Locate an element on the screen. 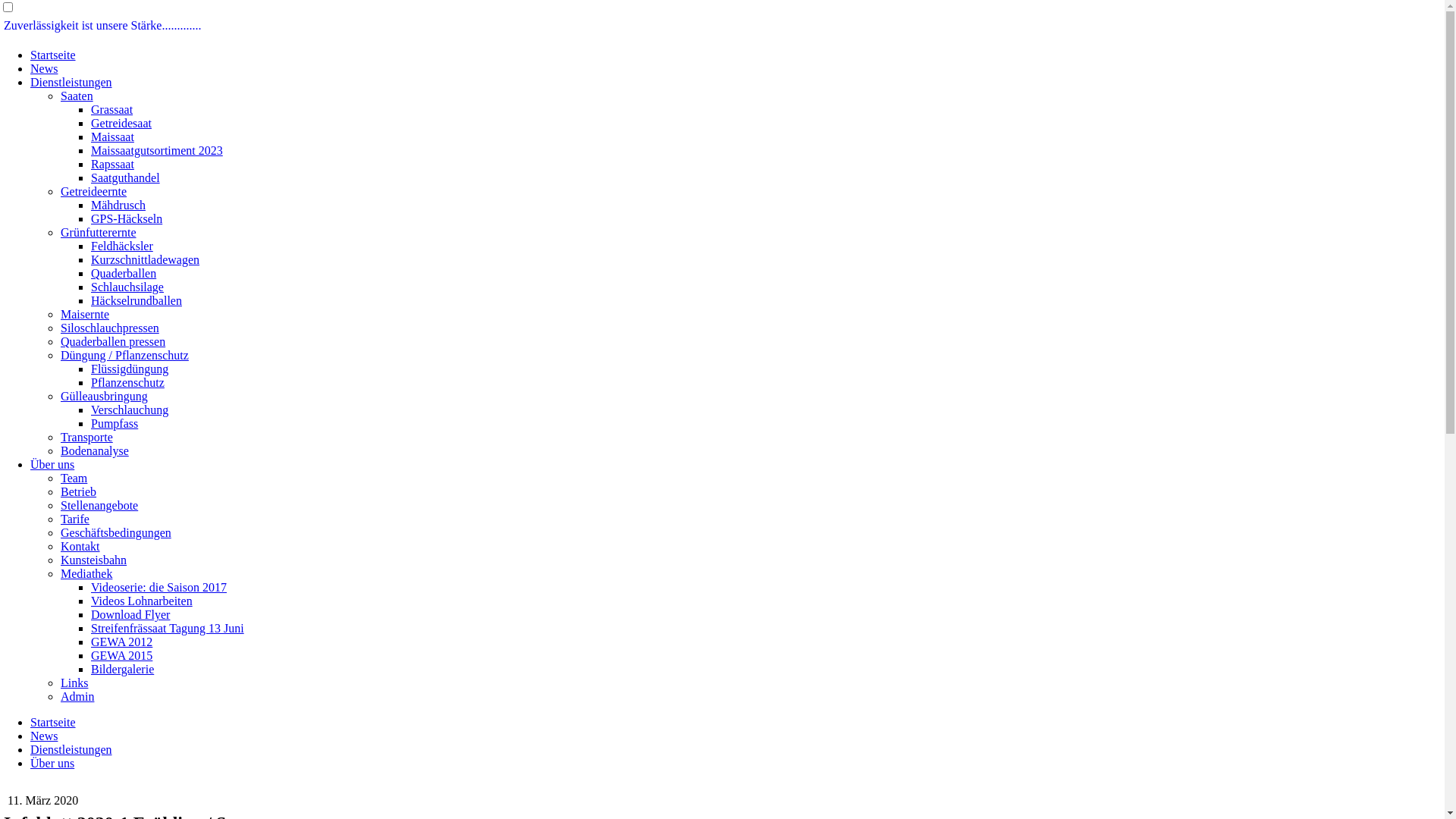  'Tarife' is located at coordinates (61, 518).